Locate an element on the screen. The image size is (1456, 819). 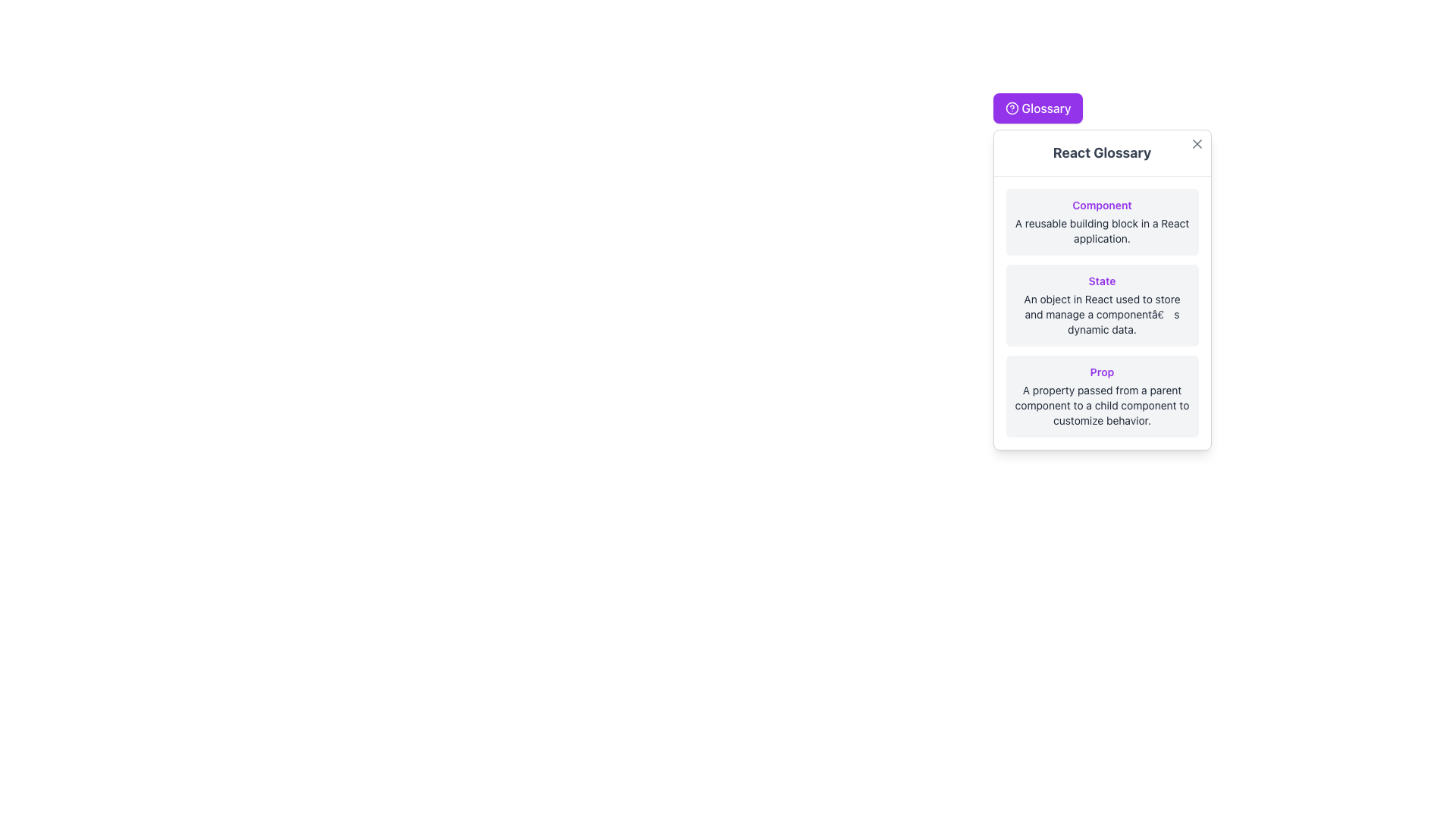
the Text block providing the definition for 'State' in the glossary pop-up located near the top right of the interface, below the 'Glossary' button is located at coordinates (1102, 290).